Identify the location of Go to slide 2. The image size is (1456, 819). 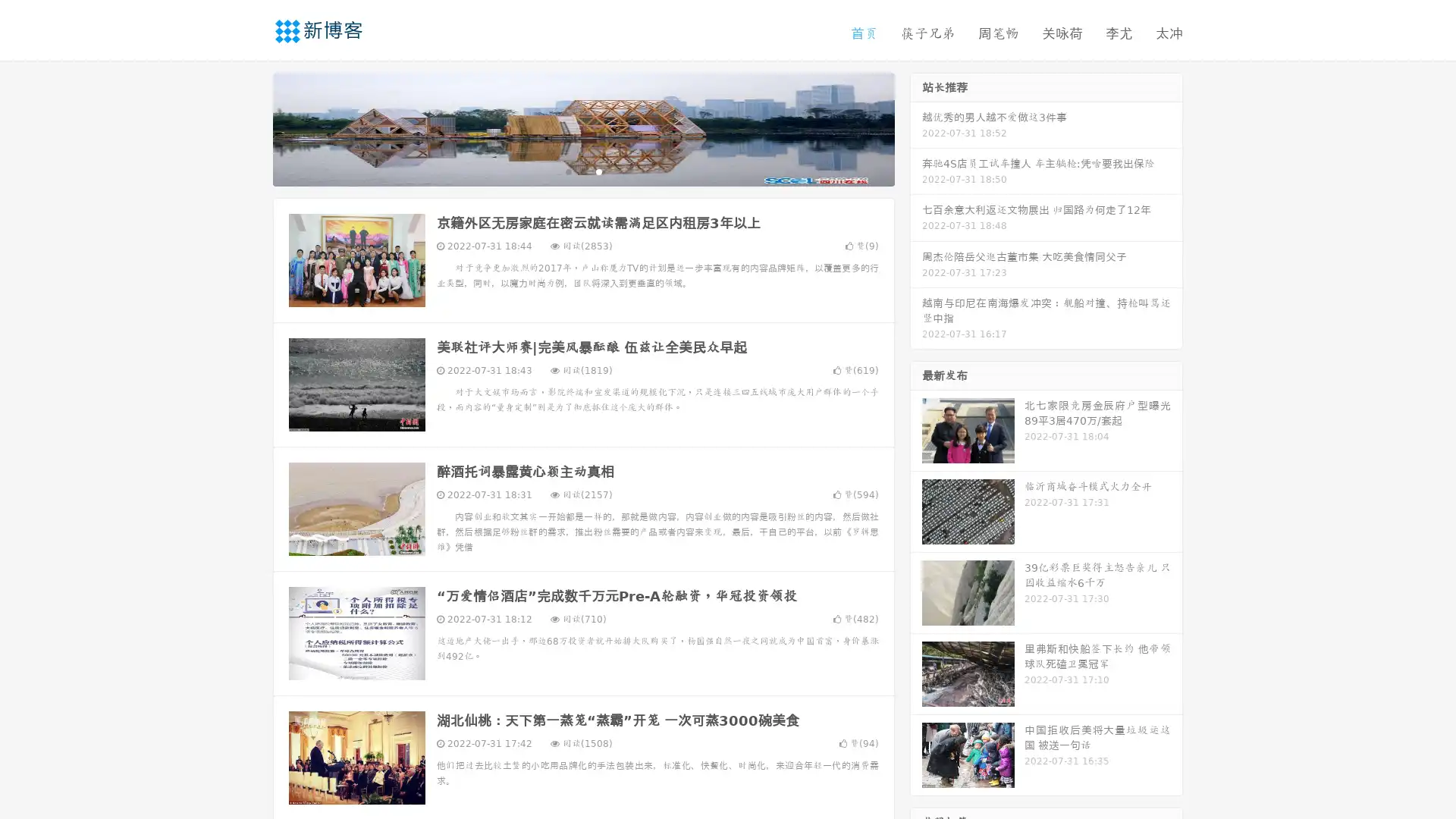
(582, 171).